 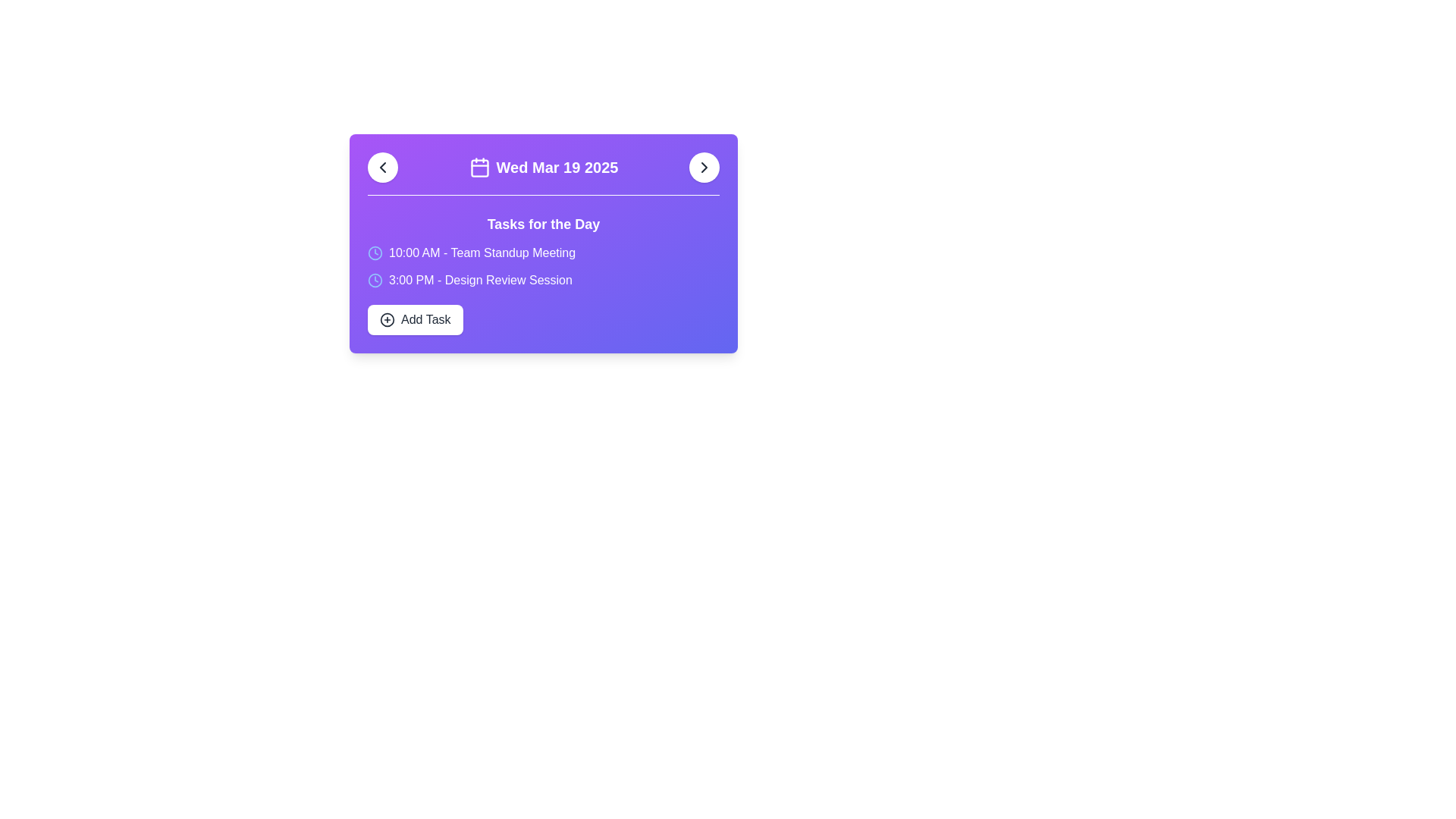 What do you see at coordinates (479, 168) in the screenshot?
I see `the calendar icon located in the purple header bar of the card layout, adjacent to the date text` at bounding box center [479, 168].